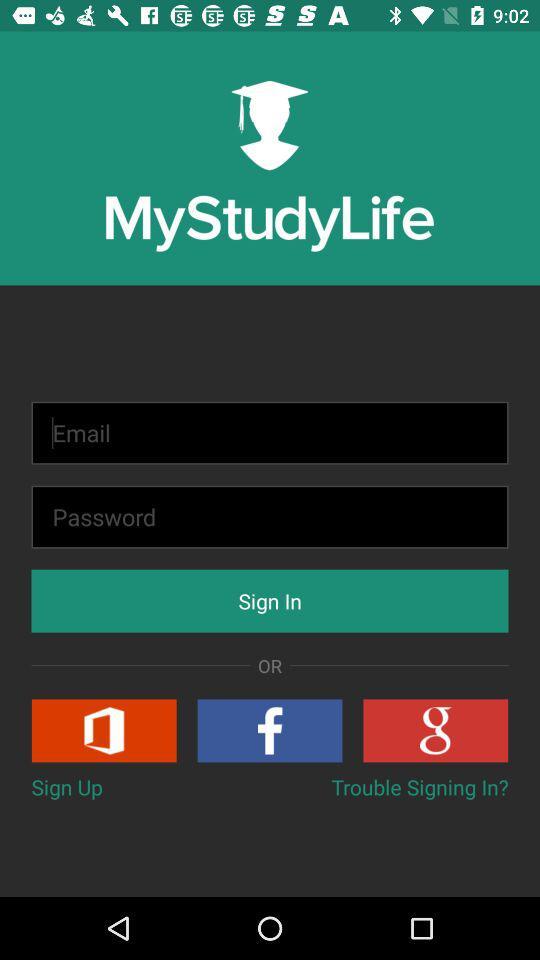  I want to click on log in using facebook account, so click(270, 729).